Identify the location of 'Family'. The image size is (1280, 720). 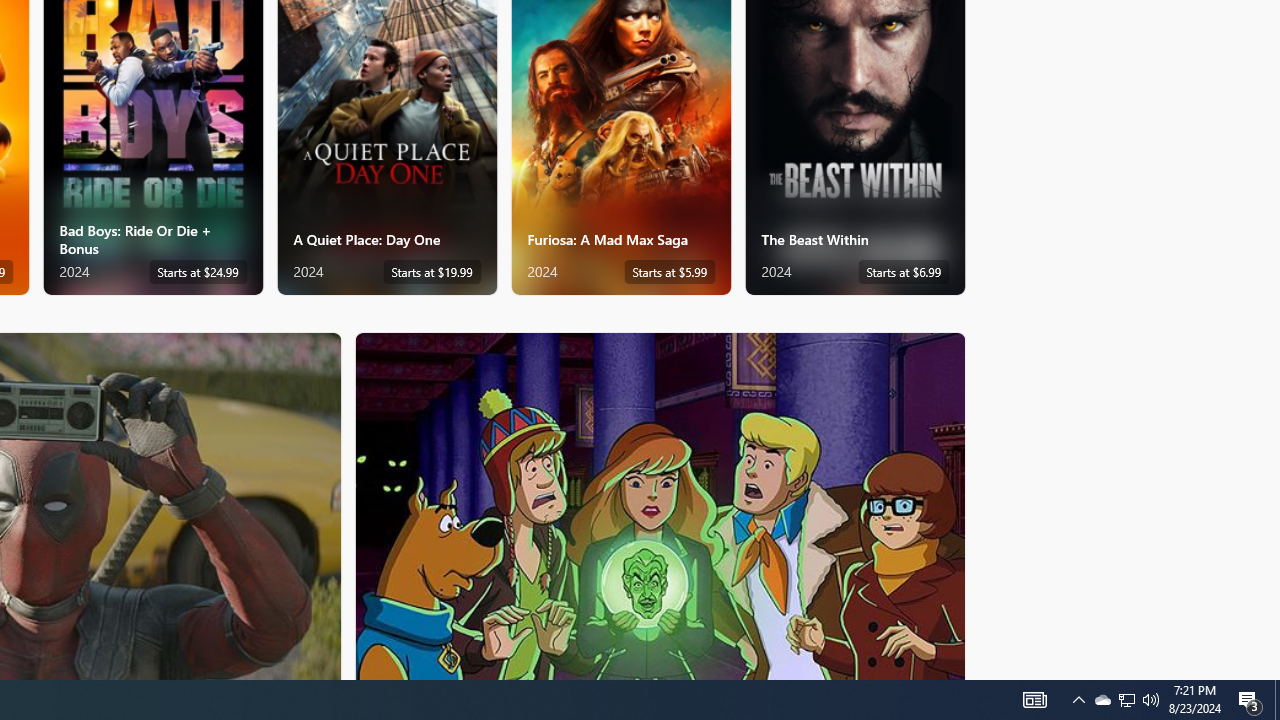
(660, 504).